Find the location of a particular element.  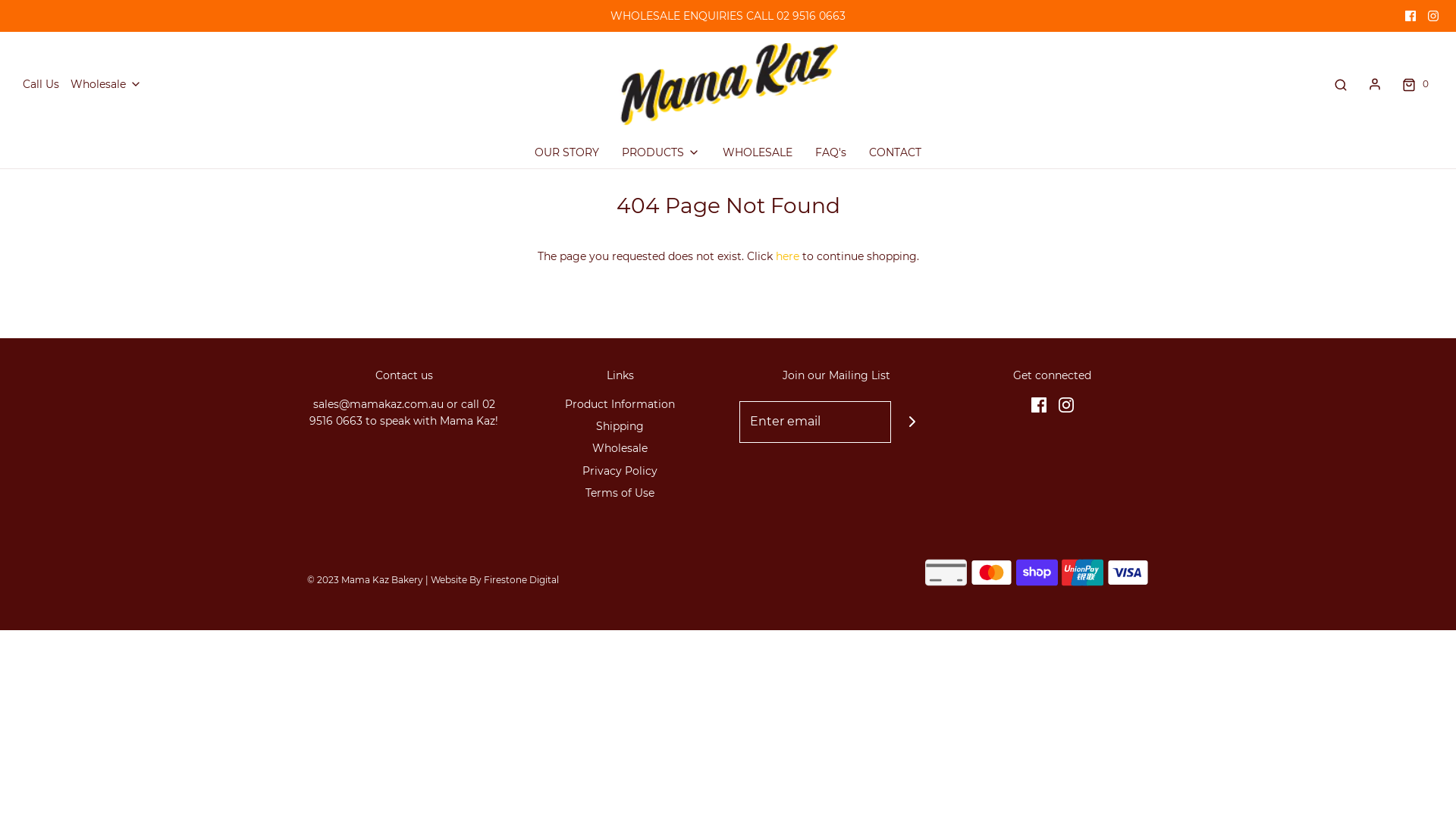

'Call Us' is located at coordinates (22, 84).